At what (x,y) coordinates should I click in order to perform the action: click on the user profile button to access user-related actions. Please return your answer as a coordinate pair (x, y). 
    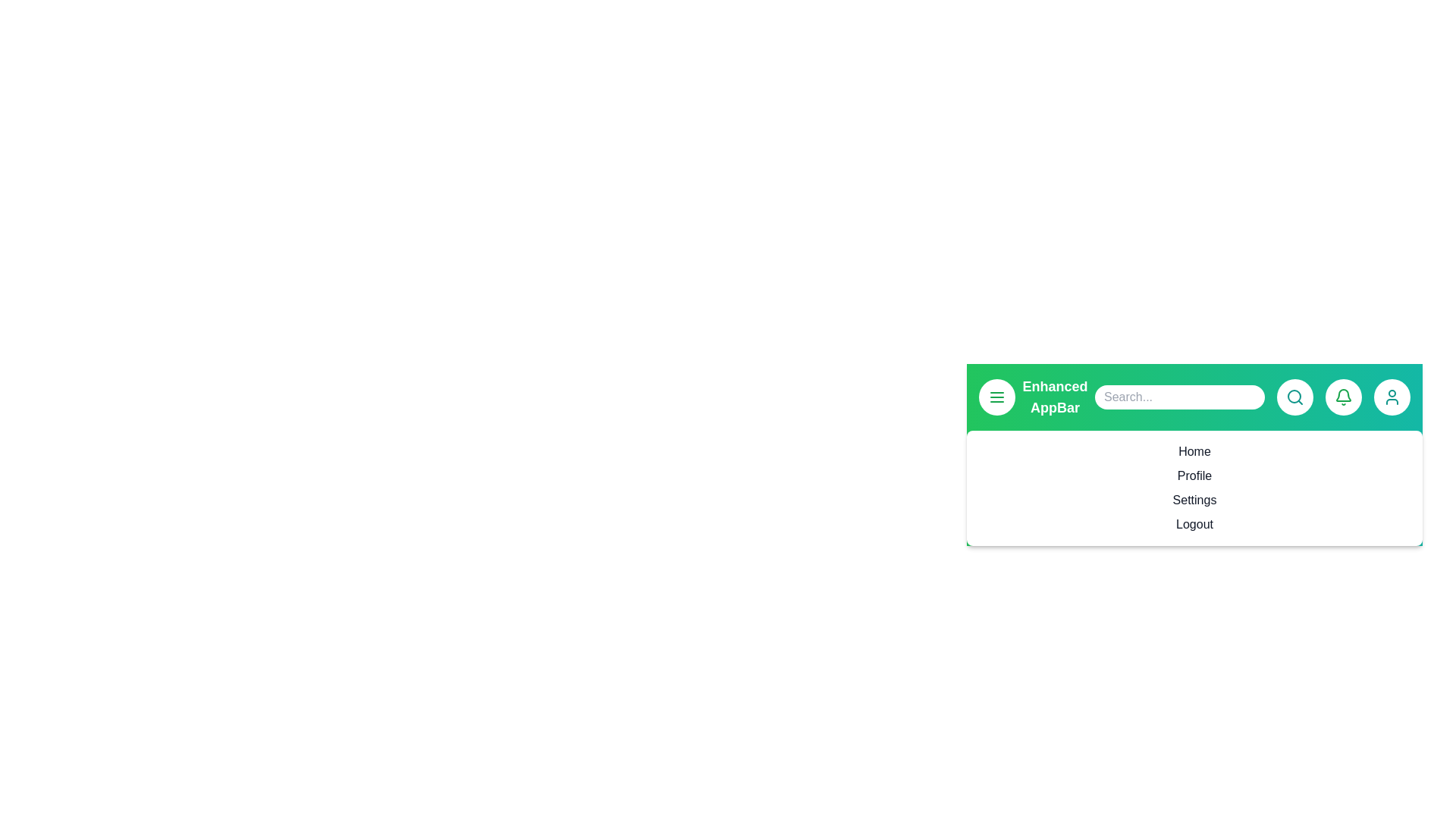
    Looking at the image, I should click on (1392, 397).